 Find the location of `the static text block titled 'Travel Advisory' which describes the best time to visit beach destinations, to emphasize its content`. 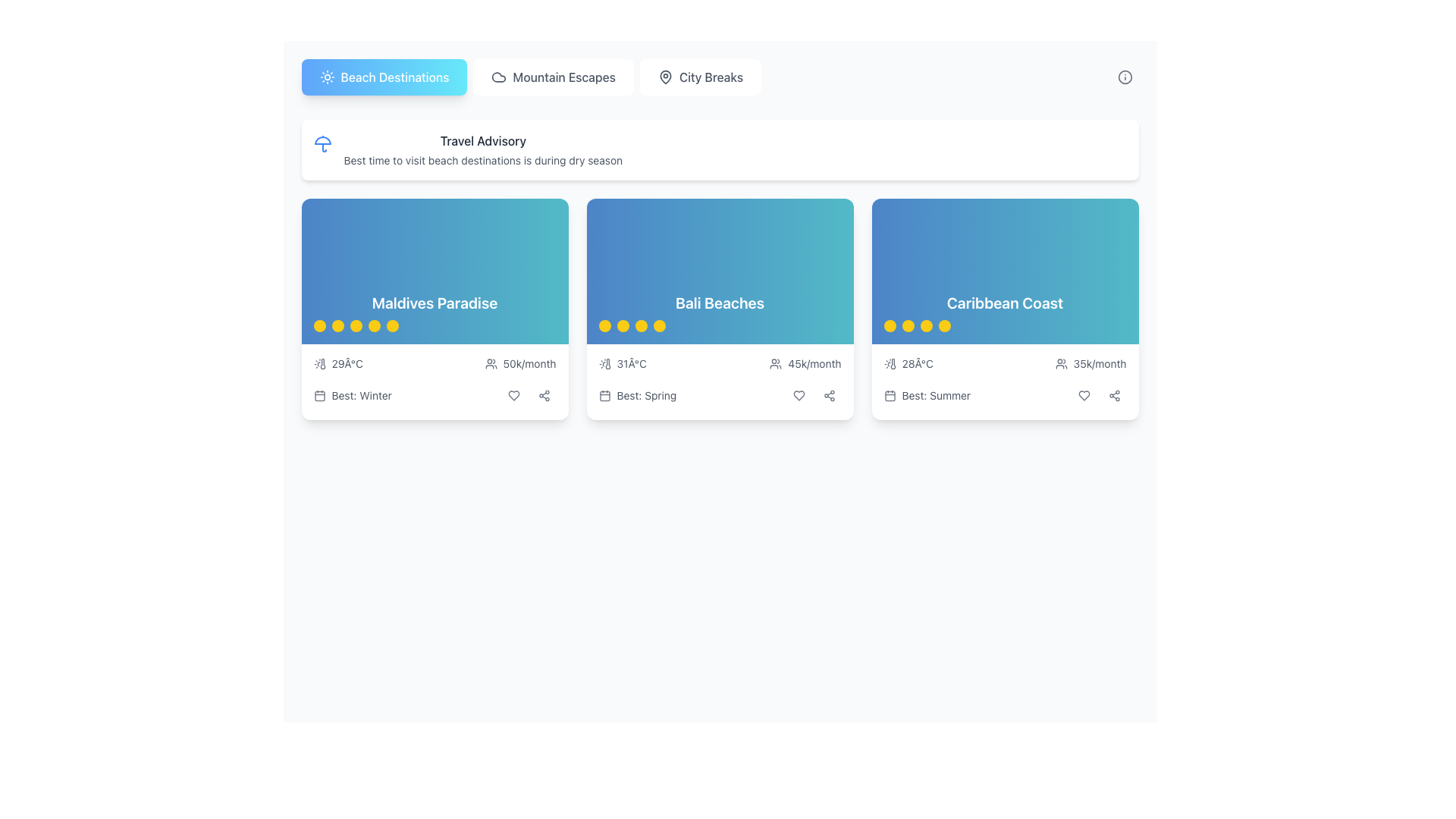

the static text block titled 'Travel Advisory' which describes the best time to visit beach destinations, to emphasize its content is located at coordinates (482, 149).